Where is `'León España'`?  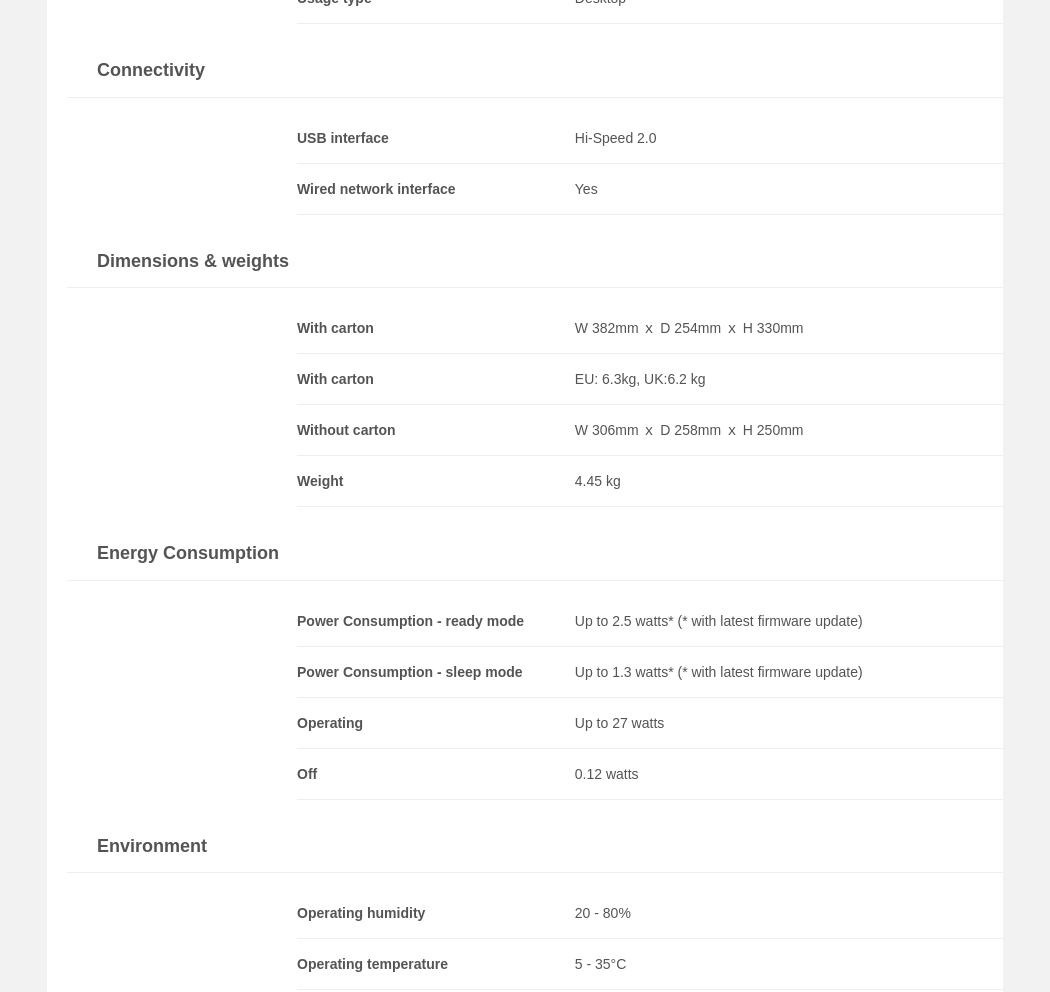 'León España' is located at coordinates (136, 111).